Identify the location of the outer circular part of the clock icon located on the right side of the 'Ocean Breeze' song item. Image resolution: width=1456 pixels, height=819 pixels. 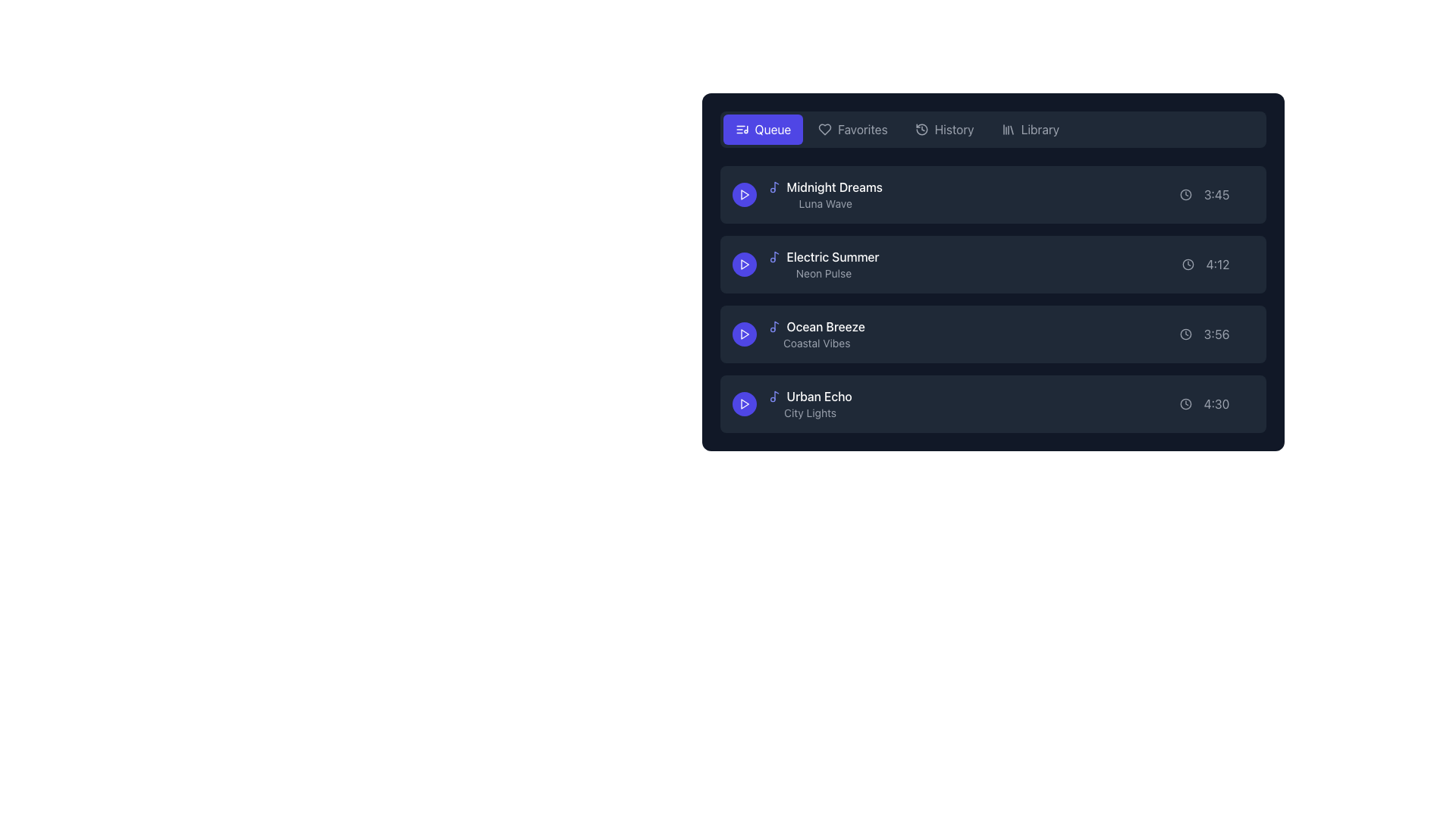
(1185, 333).